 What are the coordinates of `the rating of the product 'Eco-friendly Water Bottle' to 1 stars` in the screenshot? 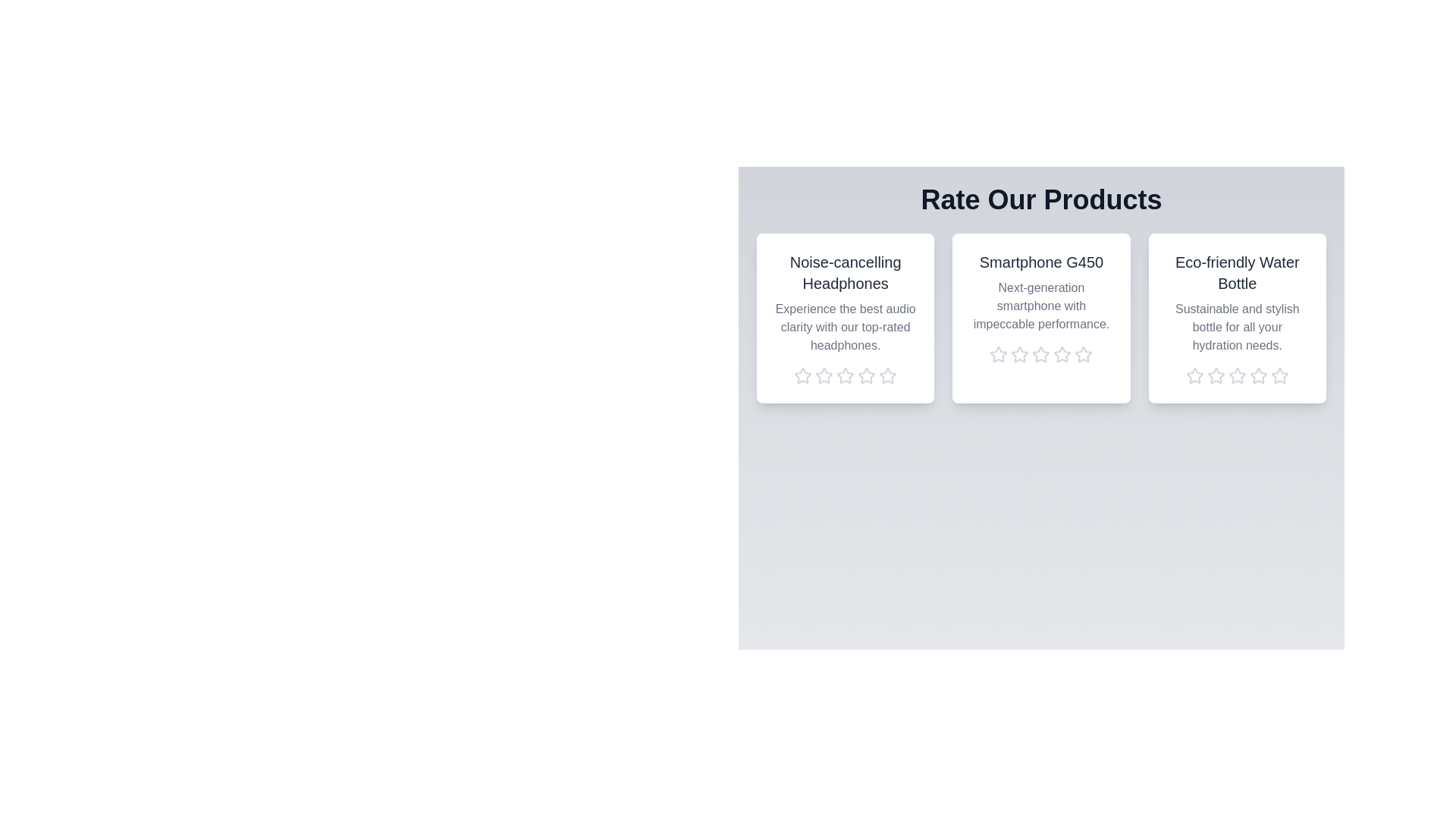 It's located at (1193, 375).